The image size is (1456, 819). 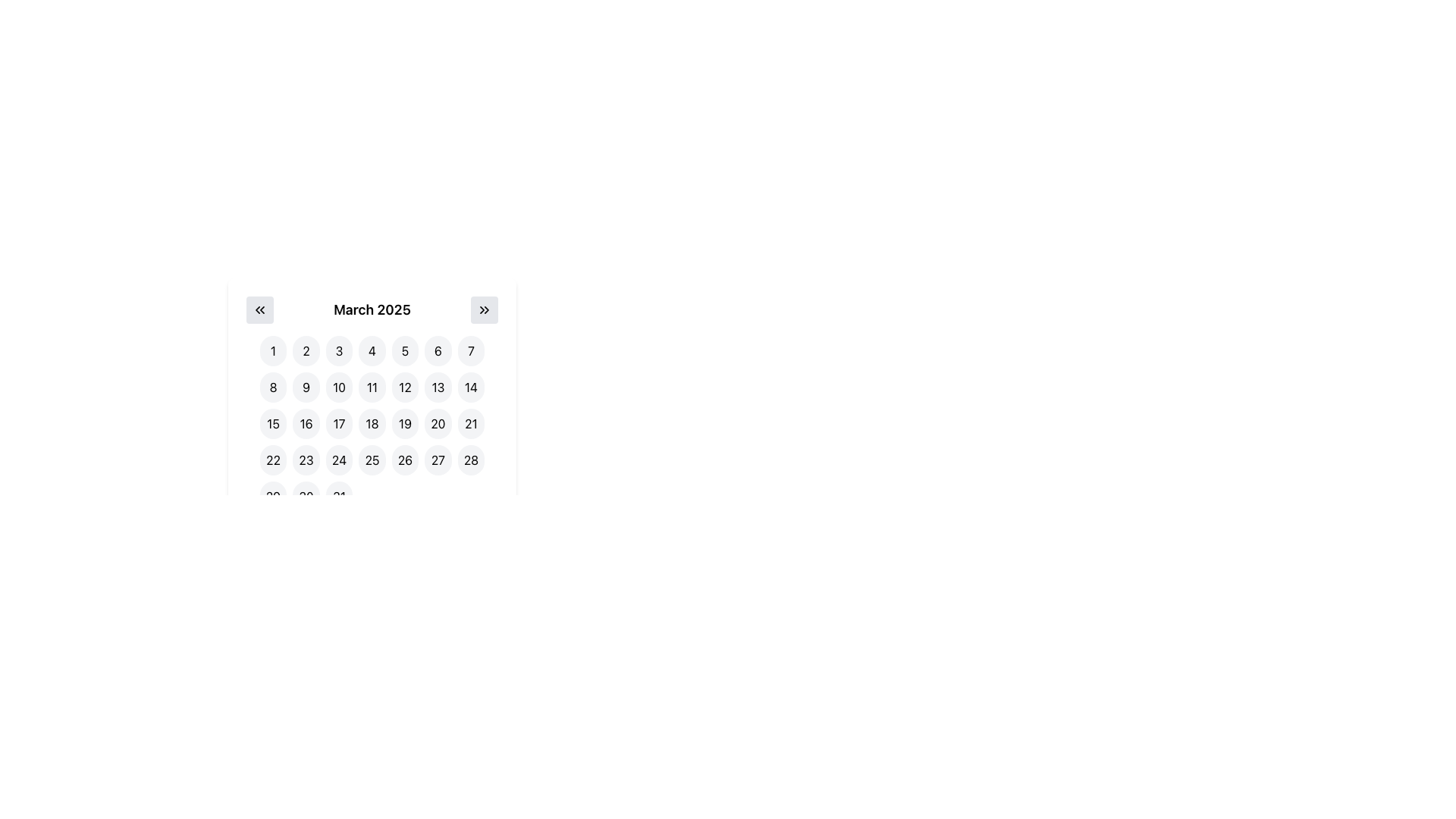 What do you see at coordinates (372, 386) in the screenshot?
I see `the button representing the 11th day of March 2025 in the calendar grid` at bounding box center [372, 386].